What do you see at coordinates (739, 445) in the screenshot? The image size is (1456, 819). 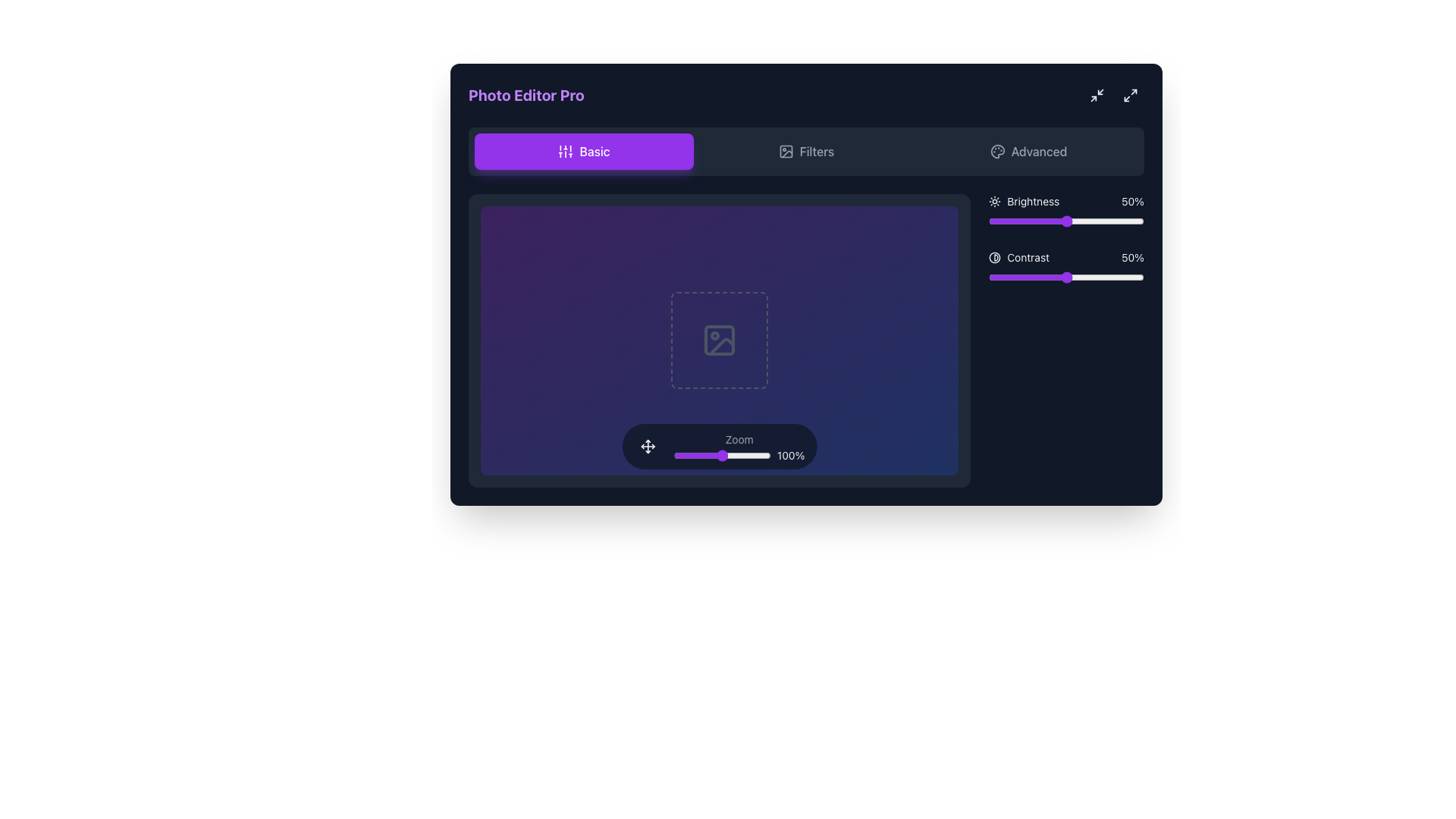 I see `the slider labeled '100%' under the text 'Zoom'` at bounding box center [739, 445].